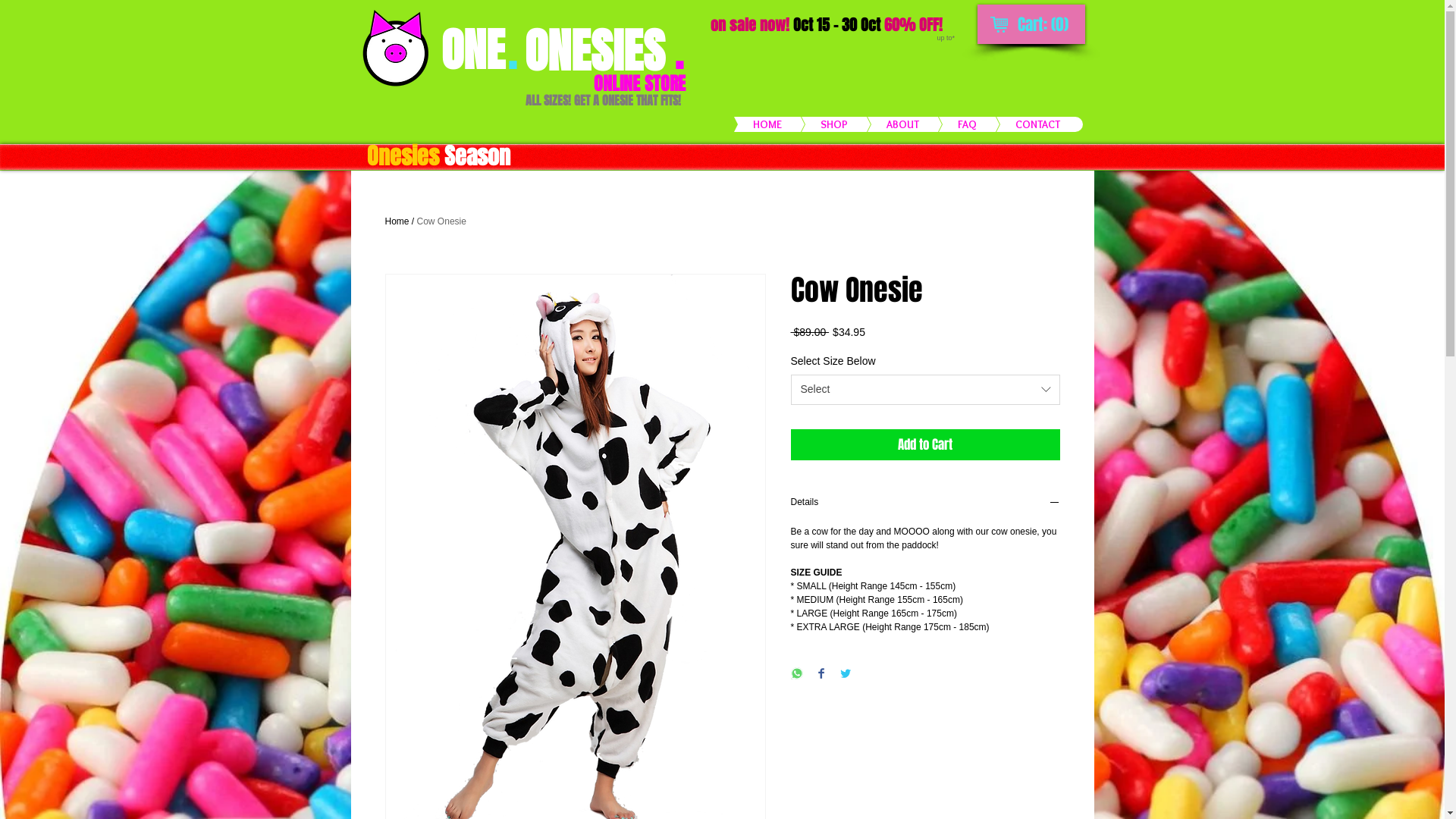 This screenshot has width=1456, height=819. Describe the element at coordinates (1014, 124) in the screenshot. I see `'CONTACT'` at that location.